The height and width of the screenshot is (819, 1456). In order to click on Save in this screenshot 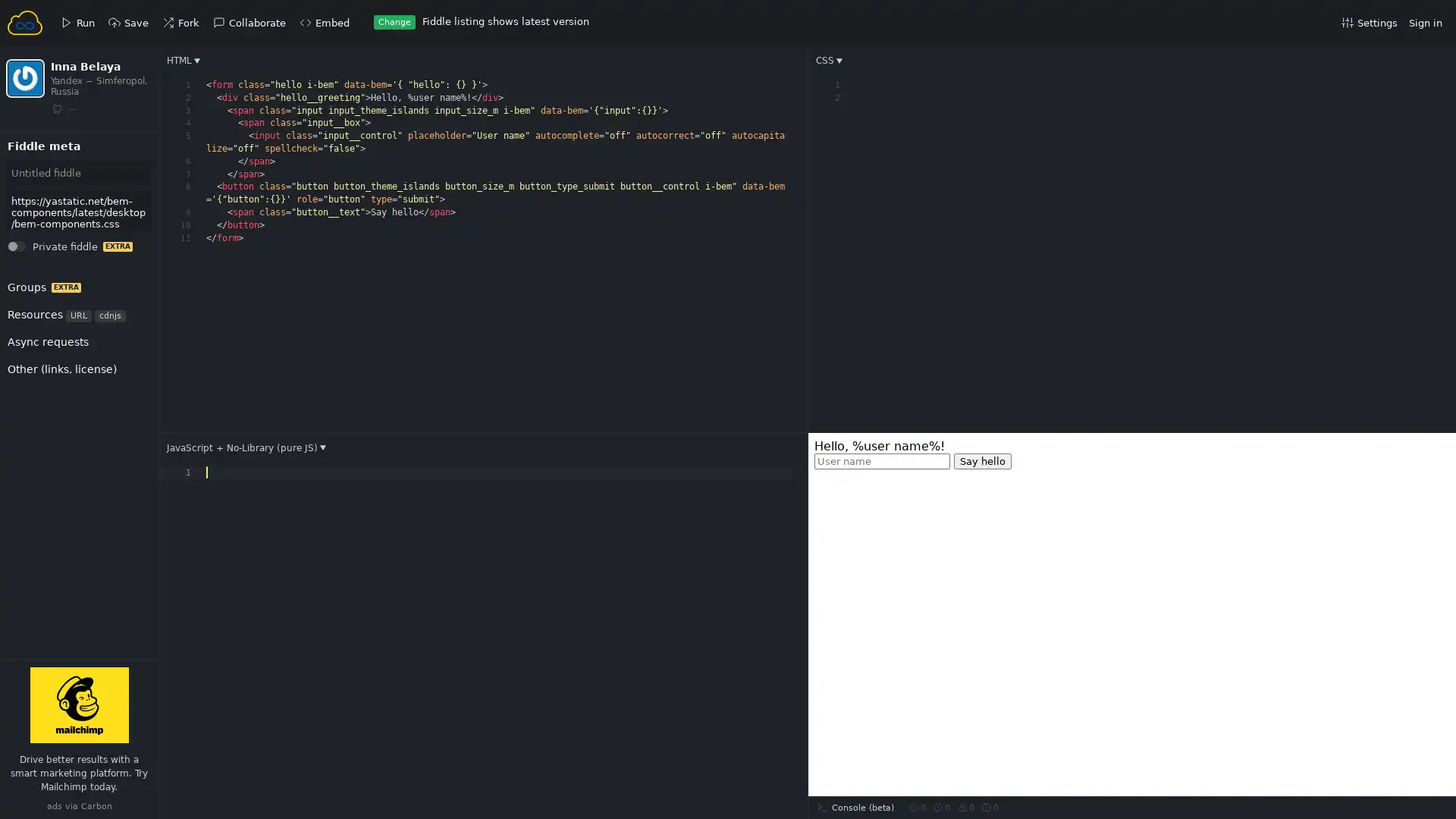, I will do `click(32, 163)`.